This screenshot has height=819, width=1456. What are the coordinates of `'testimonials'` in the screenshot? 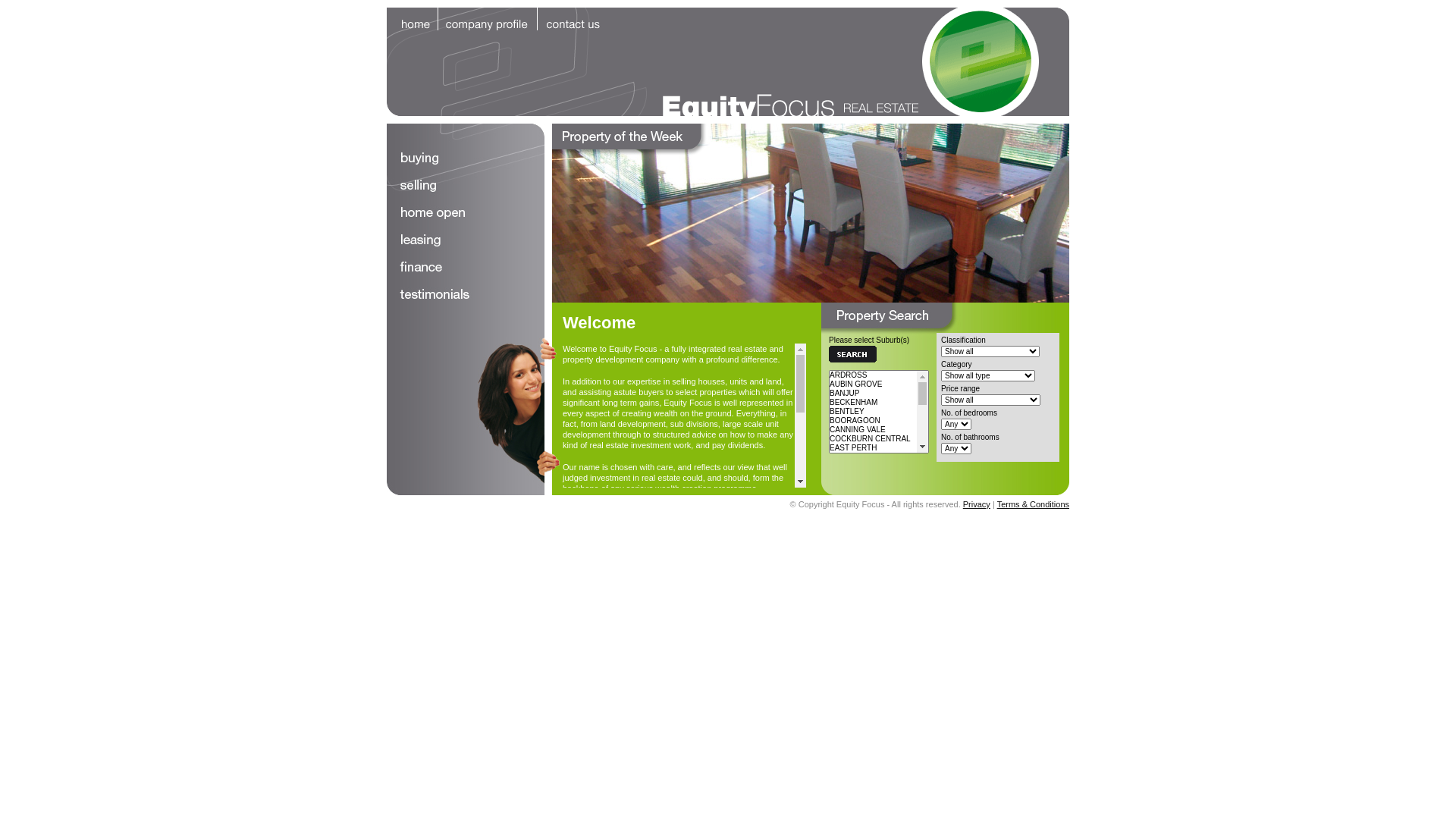 It's located at (465, 295).